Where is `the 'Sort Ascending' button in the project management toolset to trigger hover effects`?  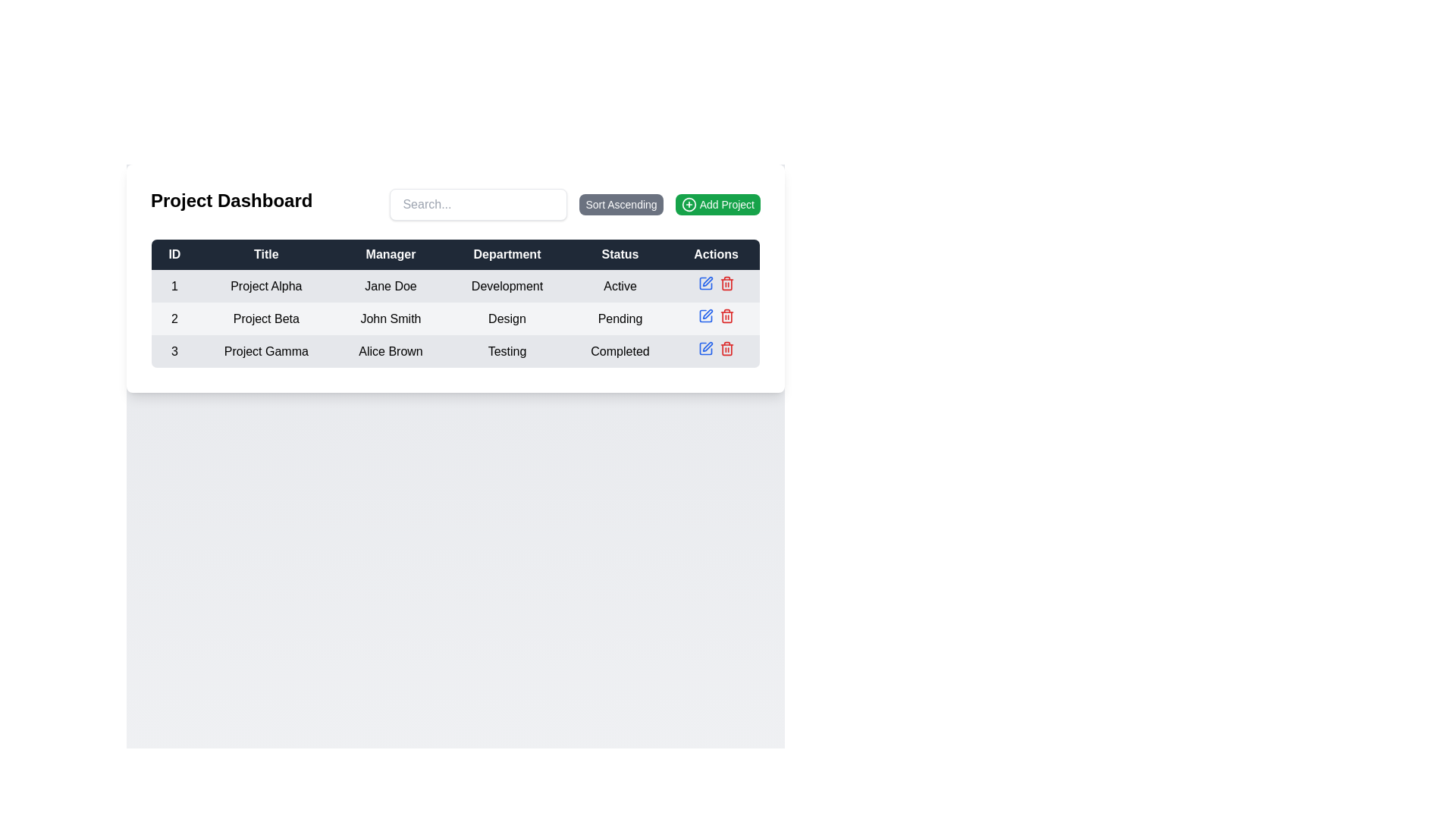
the 'Sort Ascending' button in the project management toolset to trigger hover effects is located at coordinates (574, 205).